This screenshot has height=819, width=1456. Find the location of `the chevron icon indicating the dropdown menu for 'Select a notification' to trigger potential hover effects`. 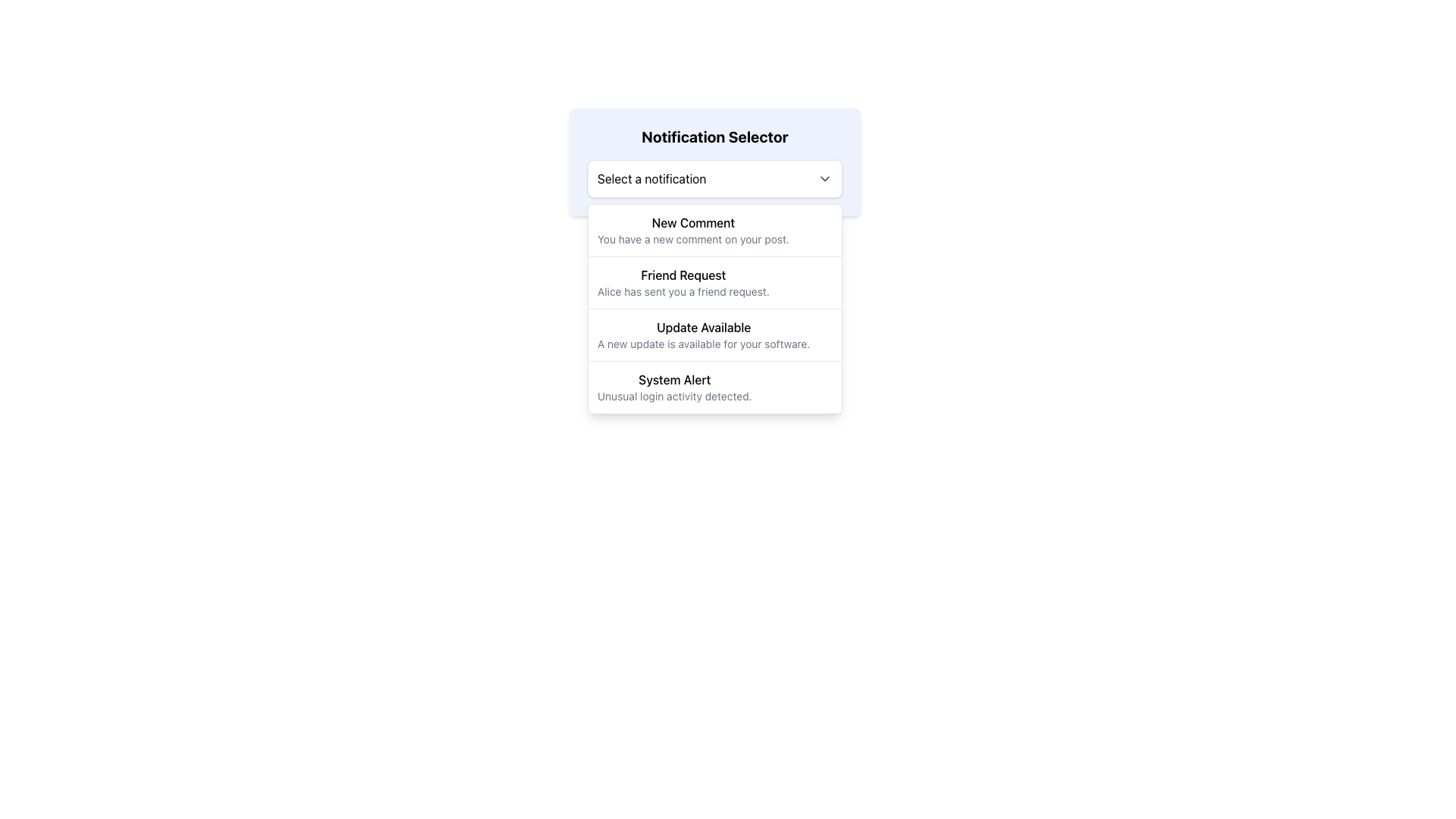

the chevron icon indicating the dropdown menu for 'Select a notification' to trigger potential hover effects is located at coordinates (824, 177).